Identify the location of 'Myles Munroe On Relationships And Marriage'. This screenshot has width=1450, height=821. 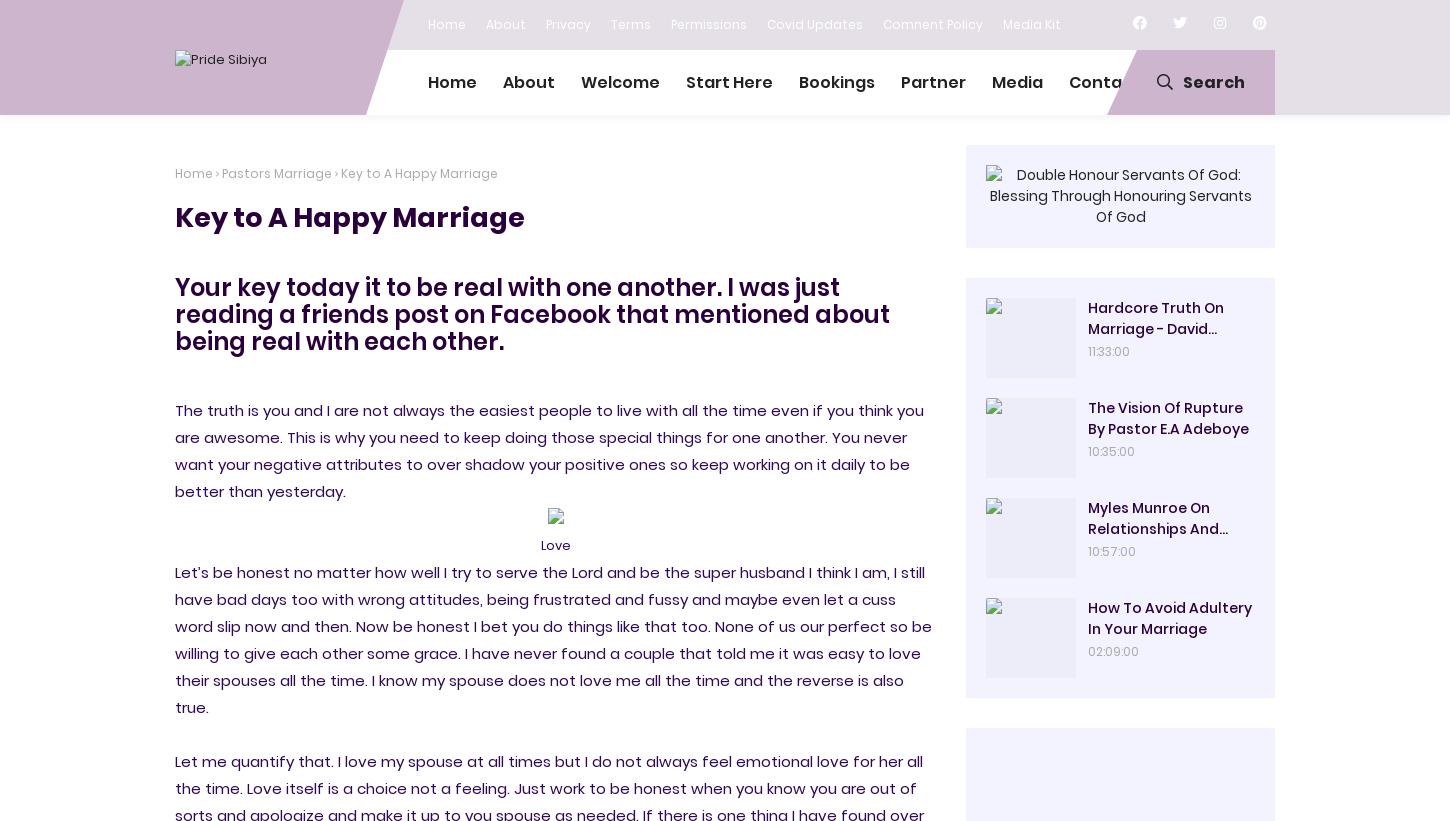
(1152, 528).